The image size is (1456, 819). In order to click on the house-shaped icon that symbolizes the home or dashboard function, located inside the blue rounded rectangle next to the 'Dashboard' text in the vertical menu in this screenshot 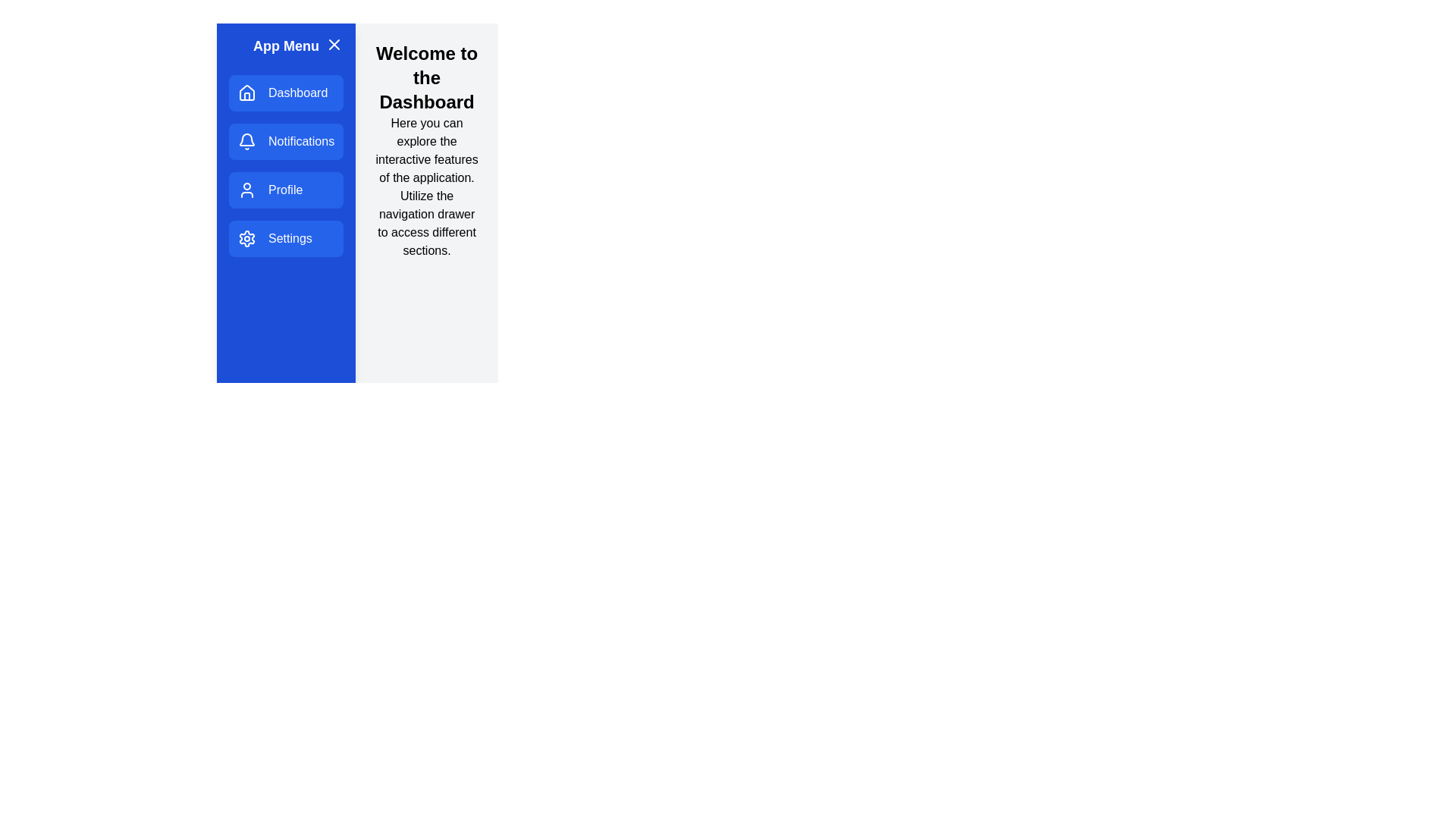, I will do `click(247, 93)`.